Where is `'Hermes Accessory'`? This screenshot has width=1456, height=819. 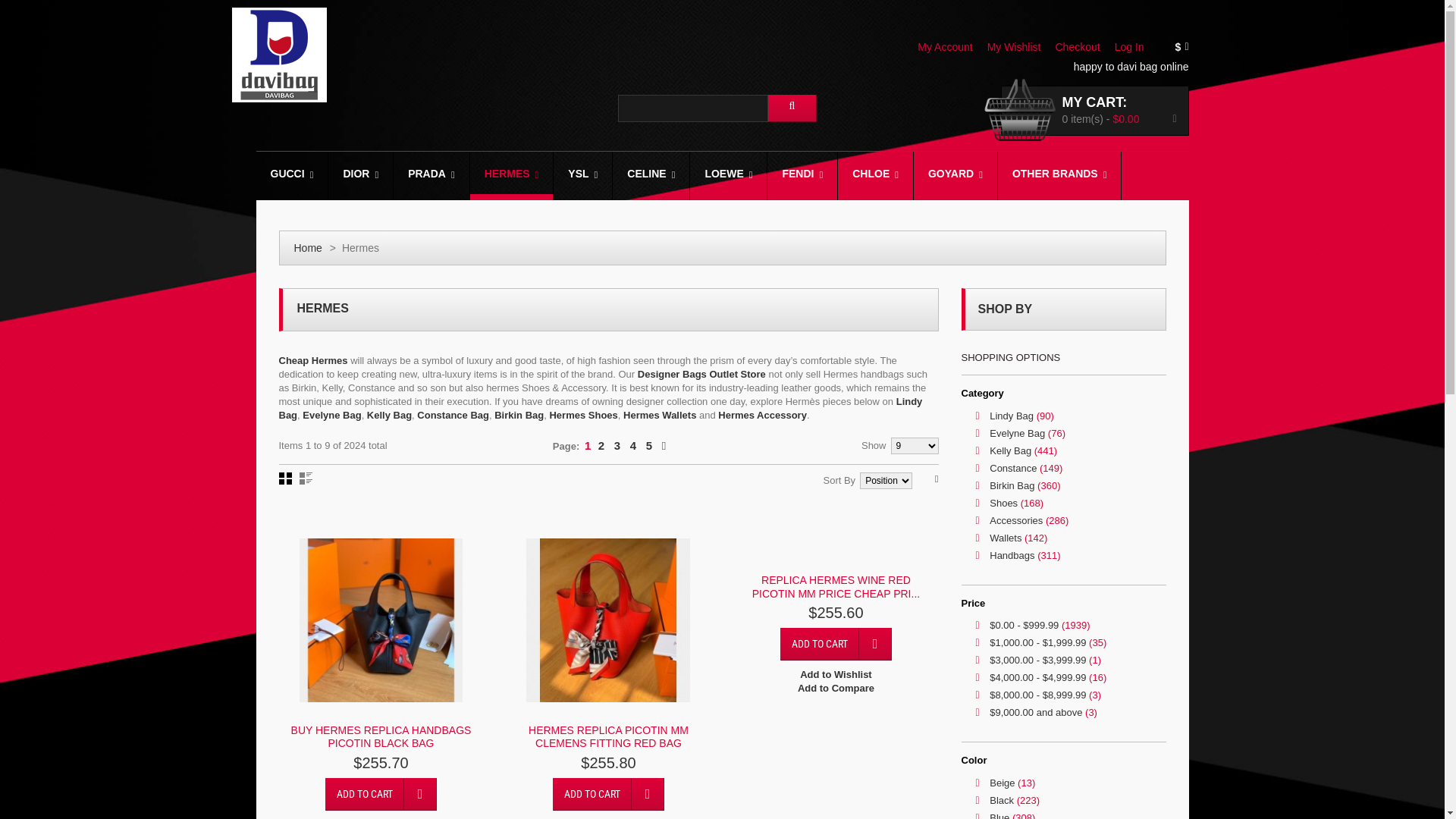 'Hermes Accessory' is located at coordinates (717, 415).